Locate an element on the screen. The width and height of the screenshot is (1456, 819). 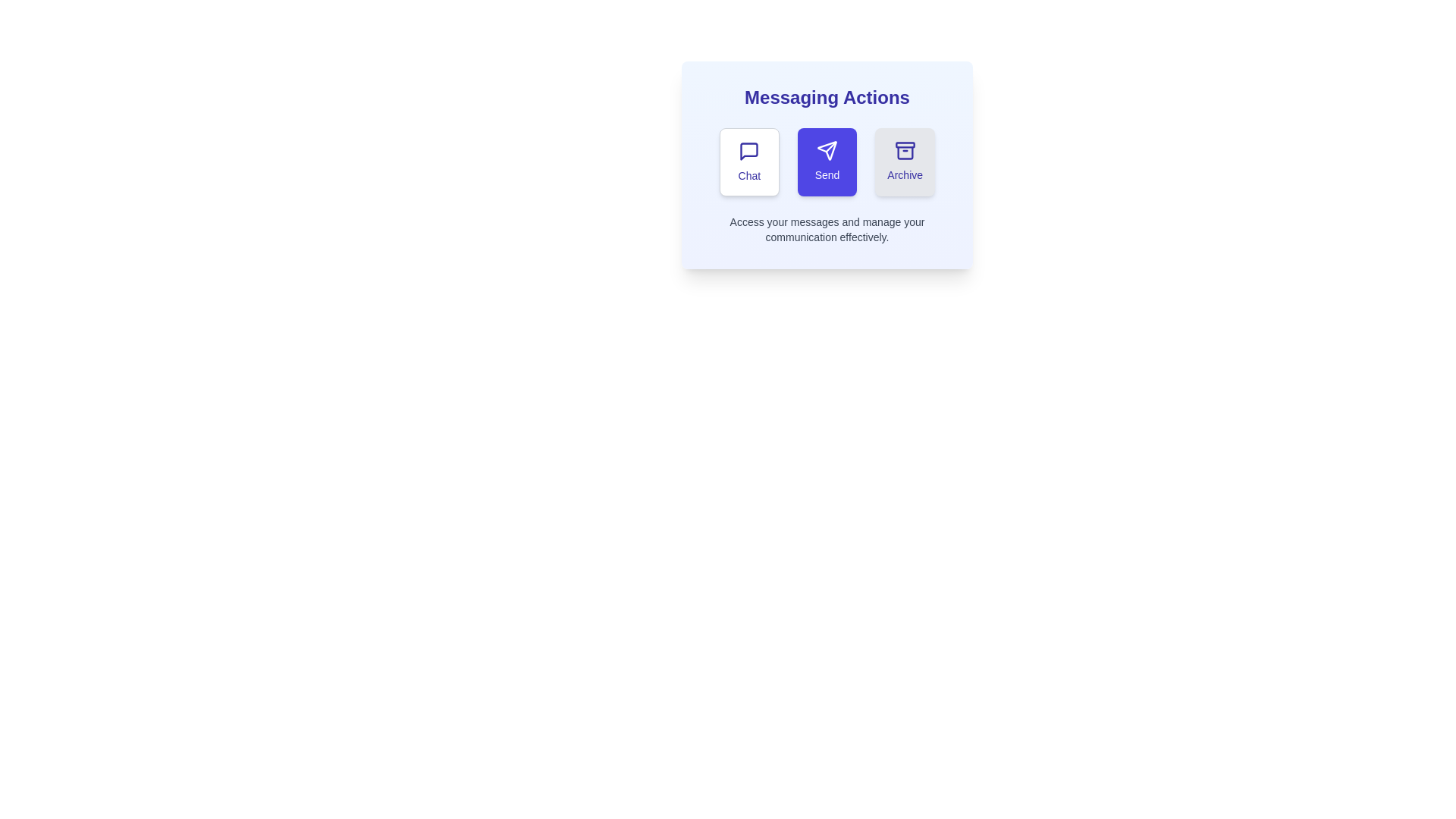
the blue 'Send' button with rounded corners in the 'Messaging Actions' section to observe any visual changes or tooltips is located at coordinates (826, 162).